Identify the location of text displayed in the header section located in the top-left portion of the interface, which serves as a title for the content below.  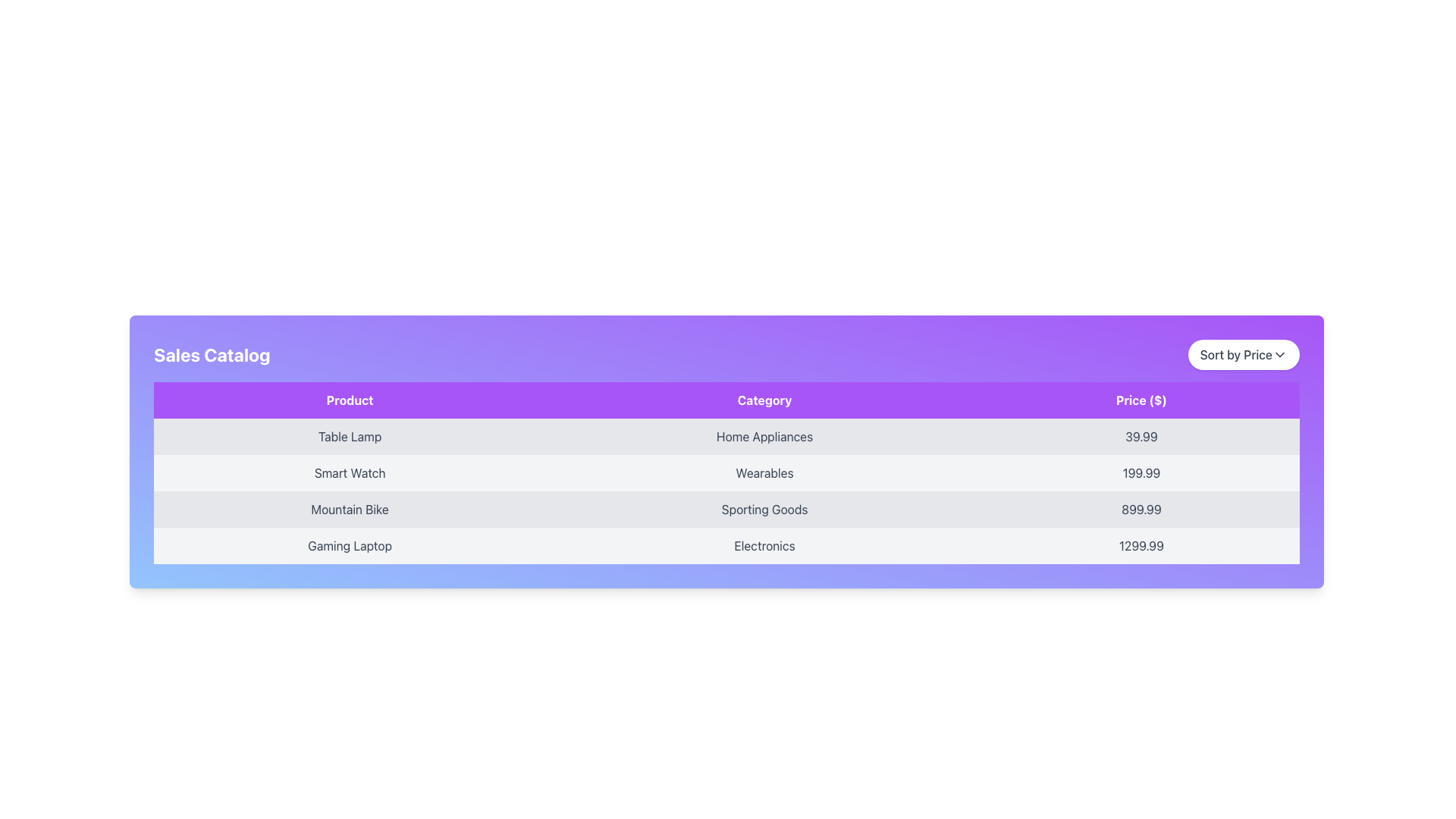
(211, 354).